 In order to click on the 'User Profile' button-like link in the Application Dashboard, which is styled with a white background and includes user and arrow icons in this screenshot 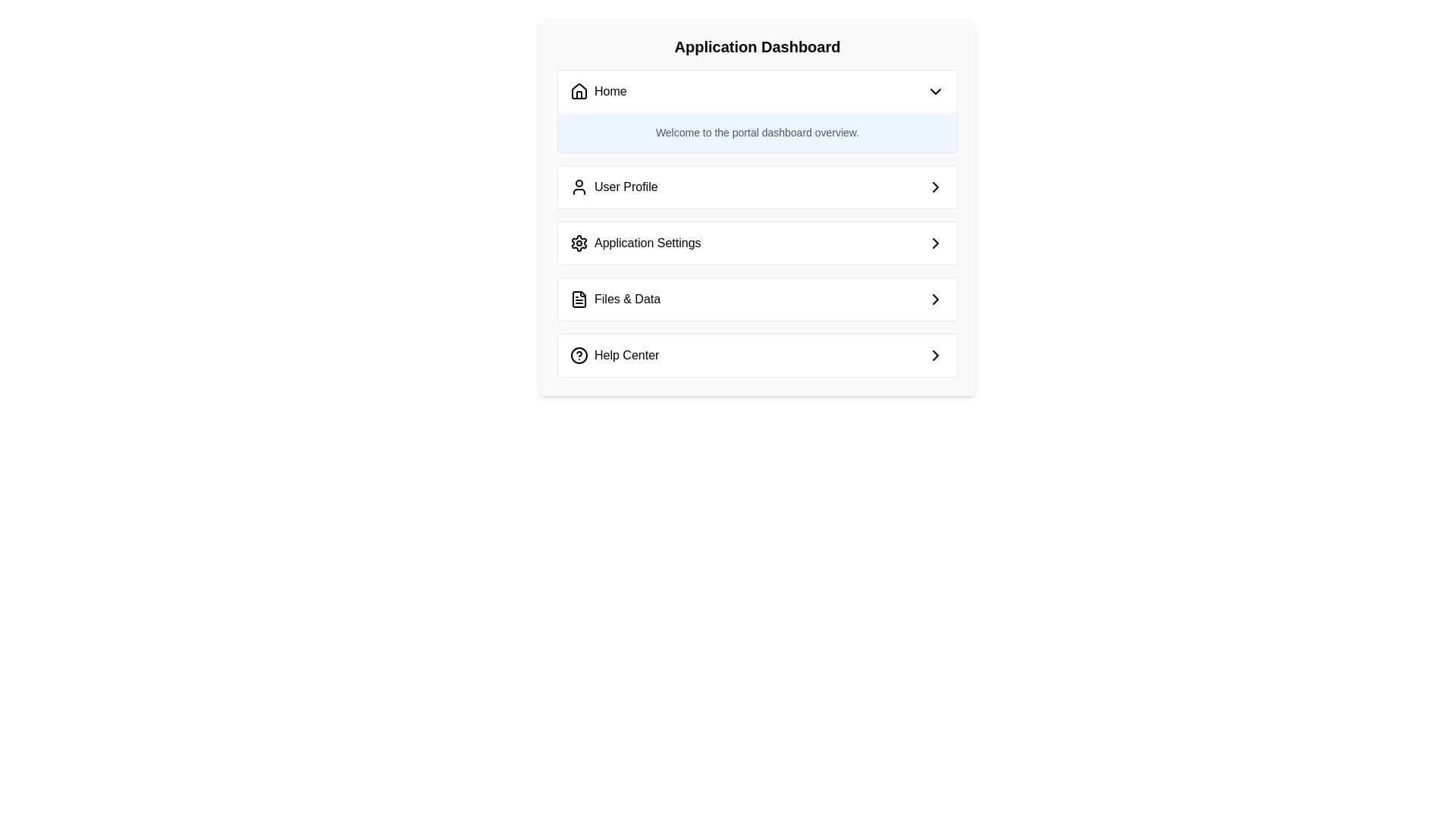, I will do `click(757, 186)`.